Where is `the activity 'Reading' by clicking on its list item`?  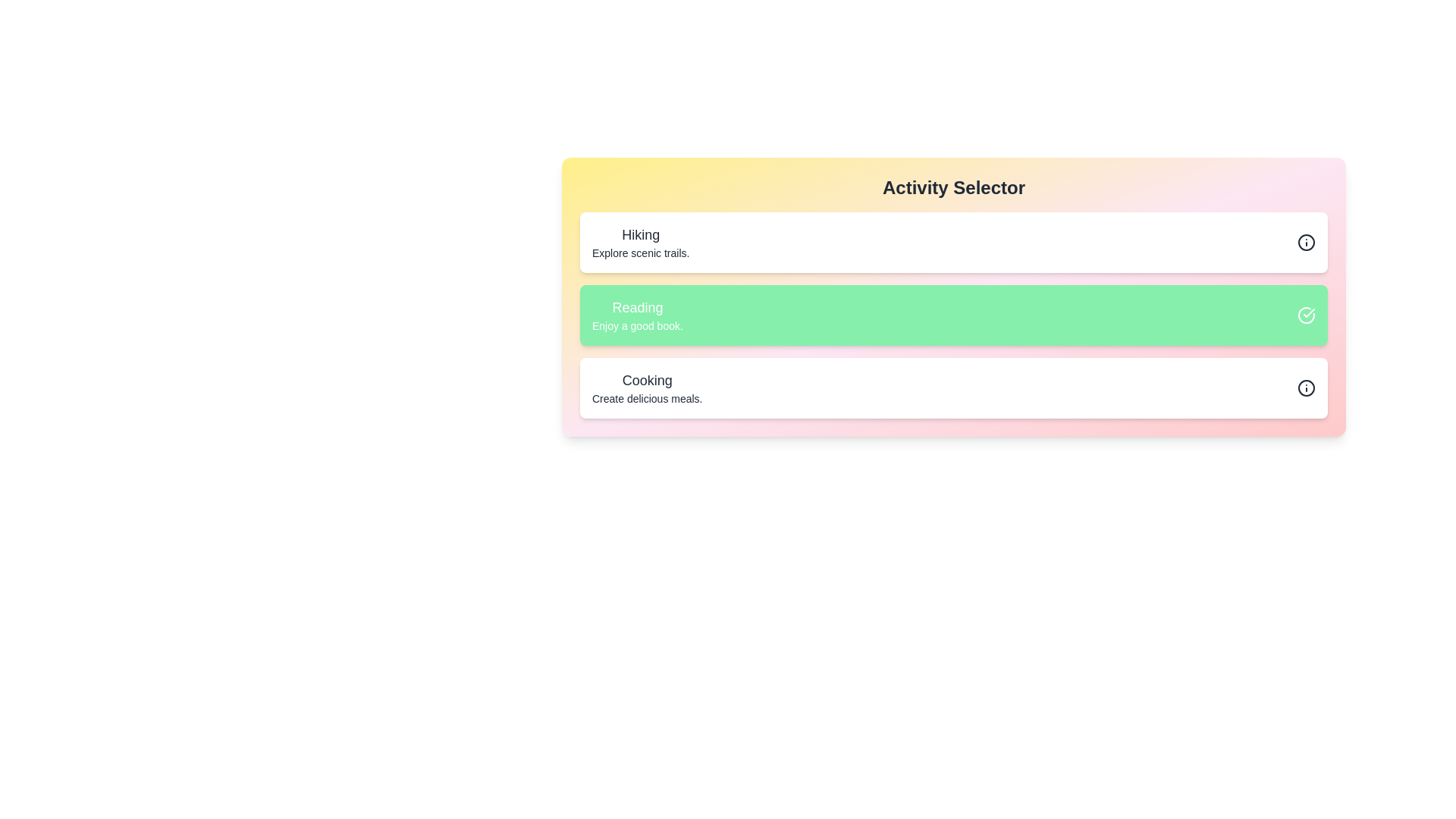
the activity 'Reading' by clicking on its list item is located at coordinates (637, 315).